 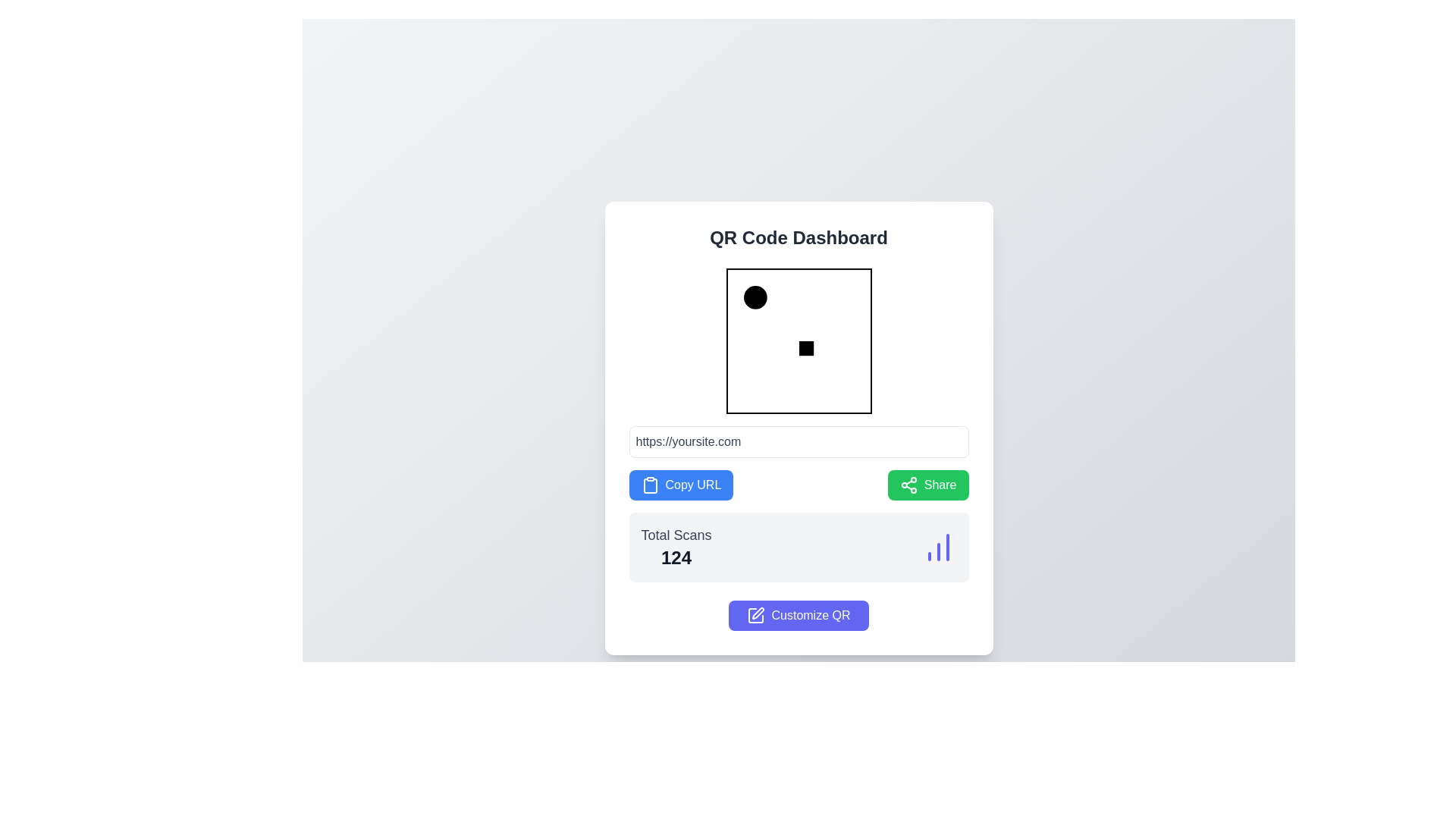 I want to click on the blue button labeled 'Copy URL' that contains the clipboard icon, so click(x=650, y=485).